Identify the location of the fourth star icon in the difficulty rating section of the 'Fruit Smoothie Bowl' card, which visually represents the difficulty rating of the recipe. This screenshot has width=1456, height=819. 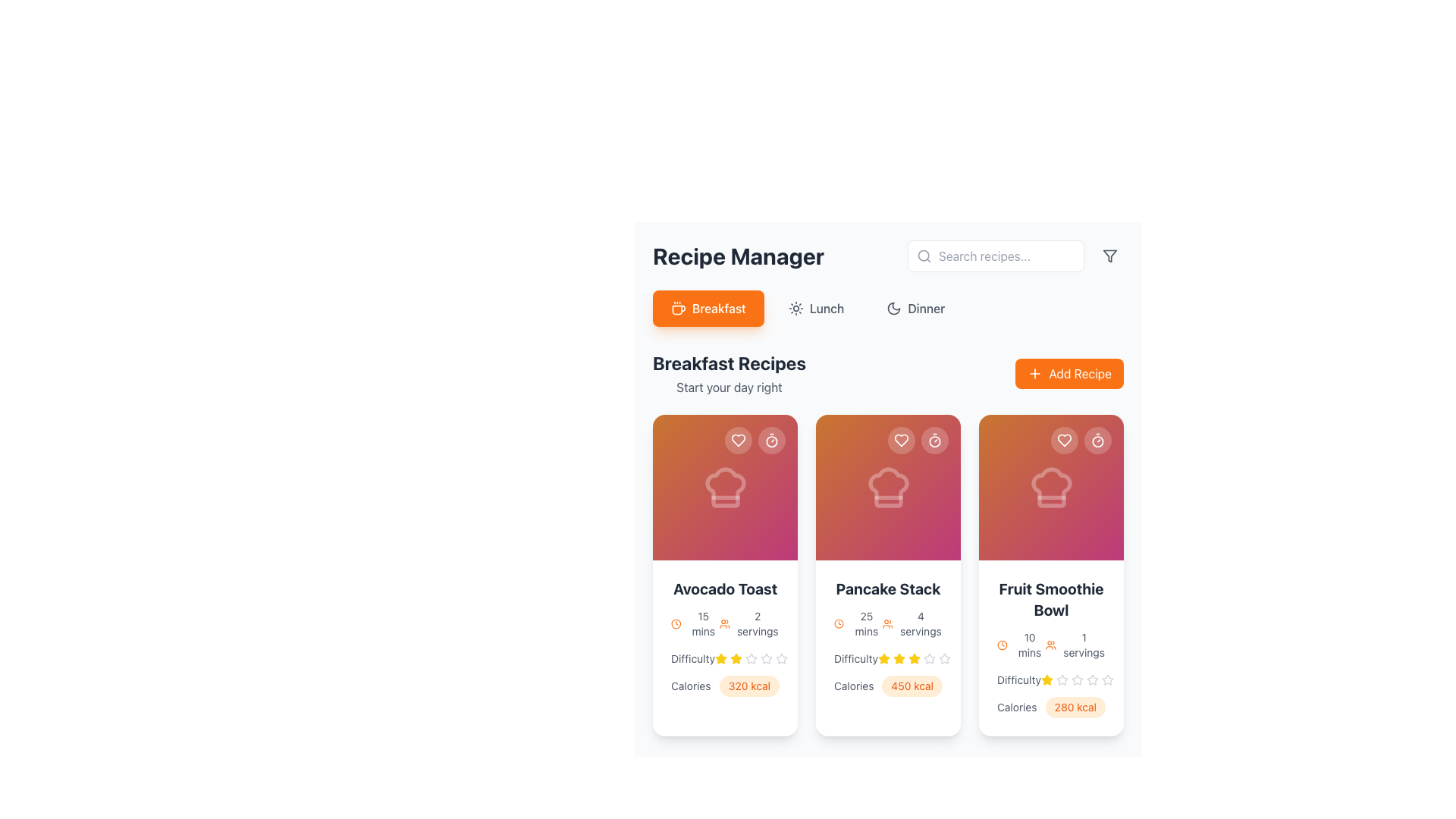
(1076, 679).